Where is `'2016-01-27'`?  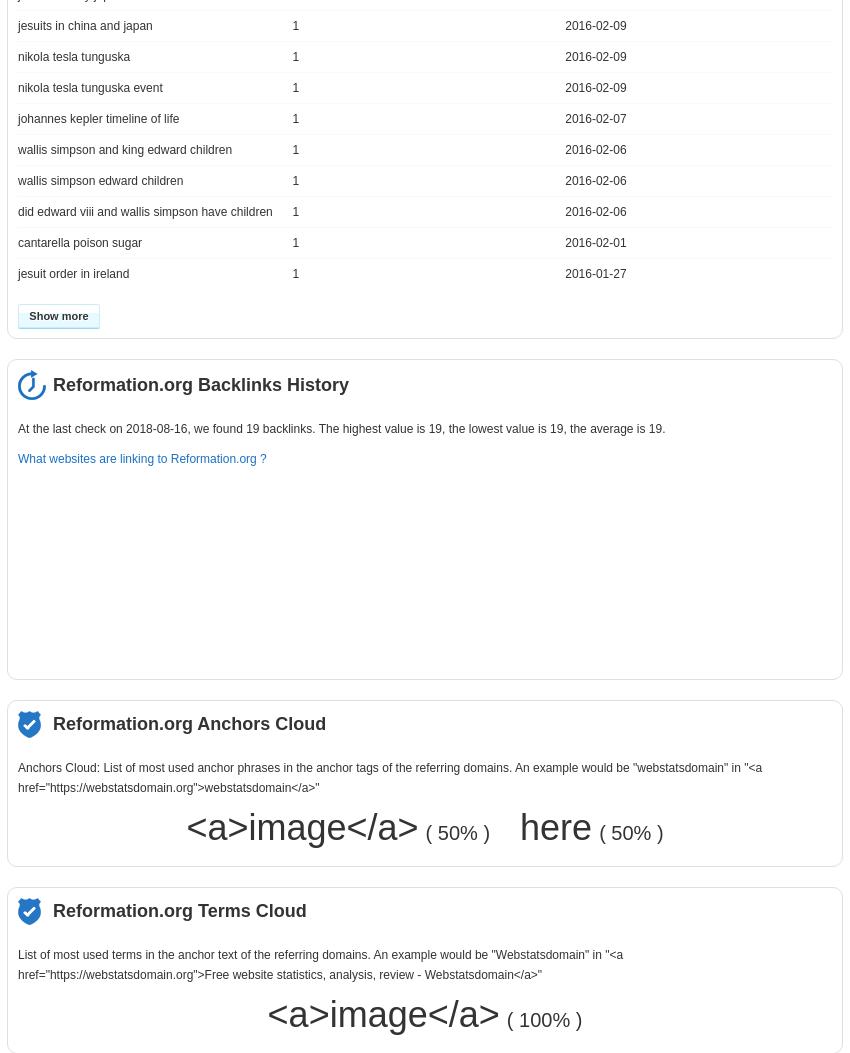 '2016-01-27' is located at coordinates (595, 272).